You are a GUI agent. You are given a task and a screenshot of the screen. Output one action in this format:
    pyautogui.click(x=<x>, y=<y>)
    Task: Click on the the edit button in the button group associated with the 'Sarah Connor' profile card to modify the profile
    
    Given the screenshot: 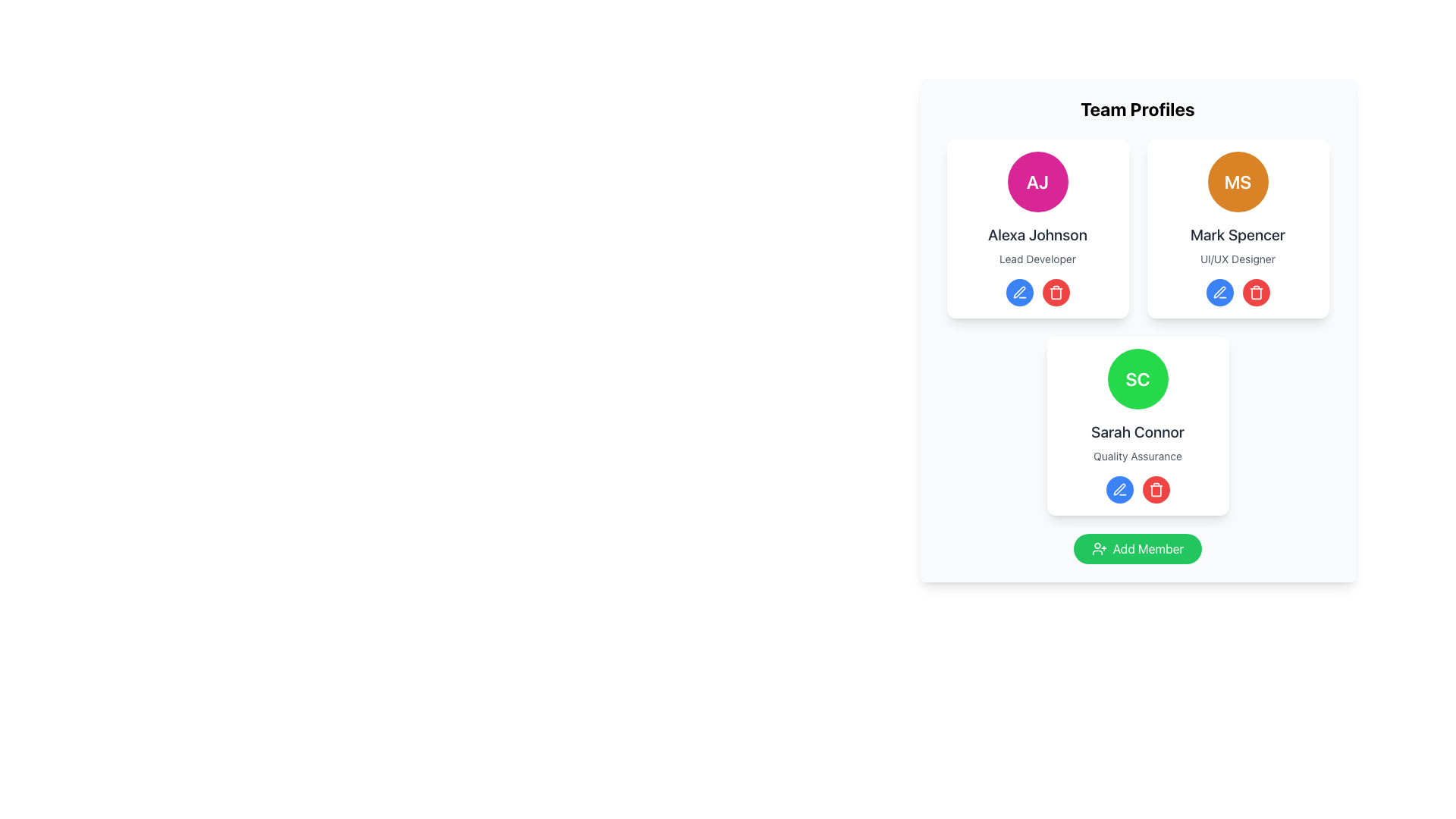 What is the action you would take?
    pyautogui.click(x=1137, y=489)
    